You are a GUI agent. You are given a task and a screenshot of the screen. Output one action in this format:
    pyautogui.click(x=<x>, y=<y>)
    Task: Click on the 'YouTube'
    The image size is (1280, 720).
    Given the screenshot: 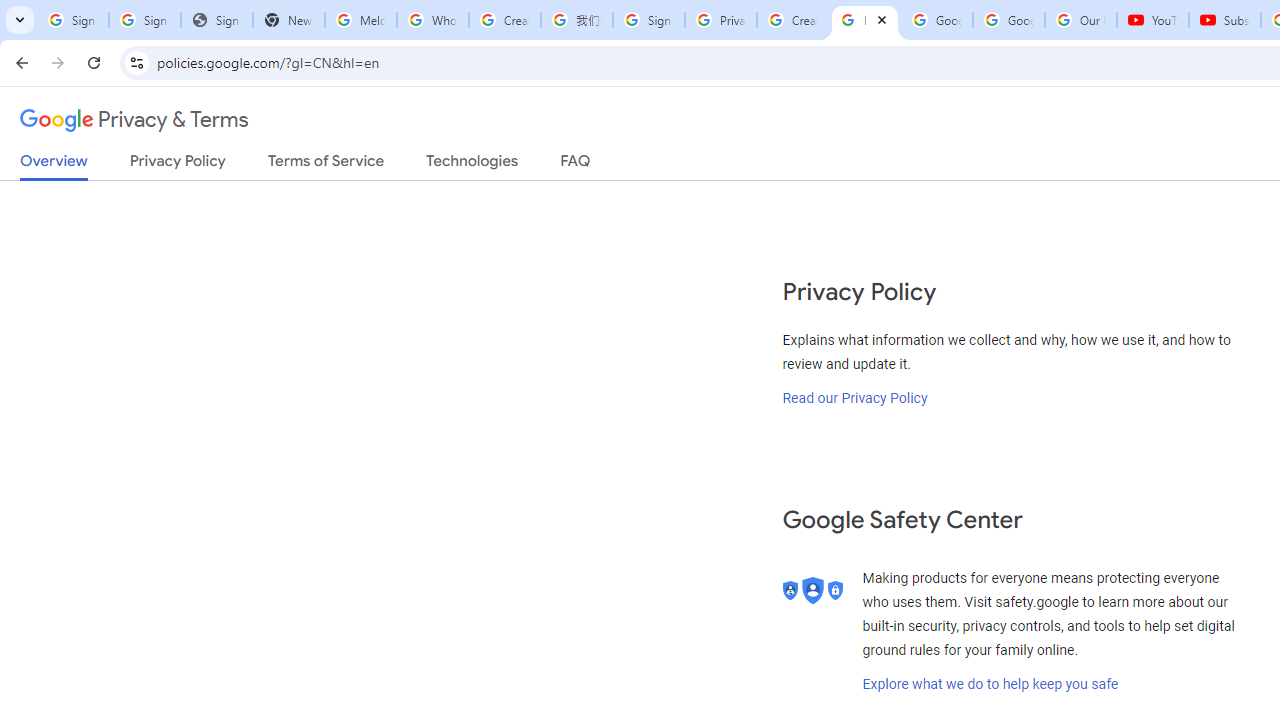 What is the action you would take?
    pyautogui.click(x=1153, y=20)
    